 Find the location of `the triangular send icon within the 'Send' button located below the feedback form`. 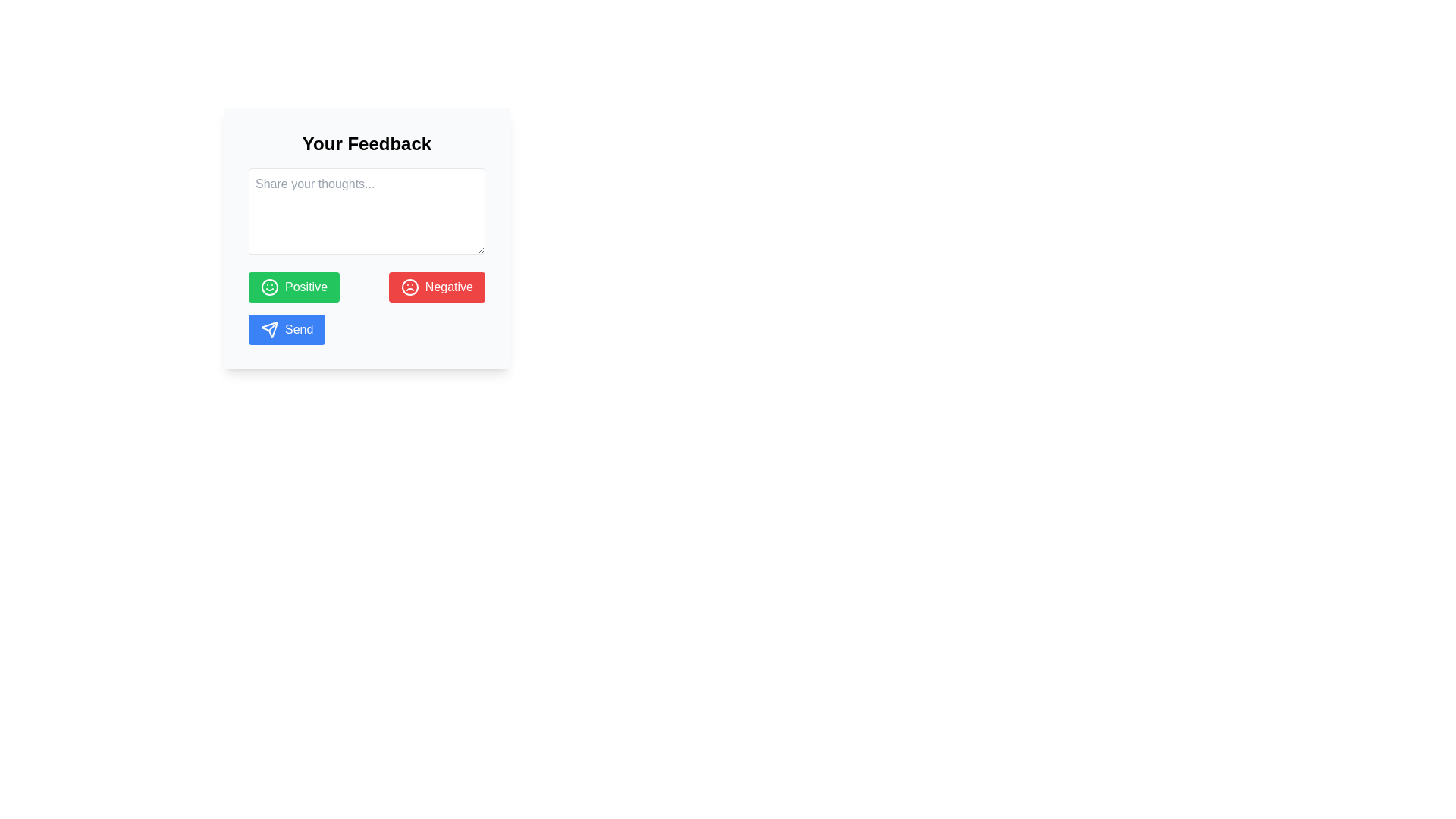

the triangular send icon within the 'Send' button located below the feedback form is located at coordinates (269, 328).